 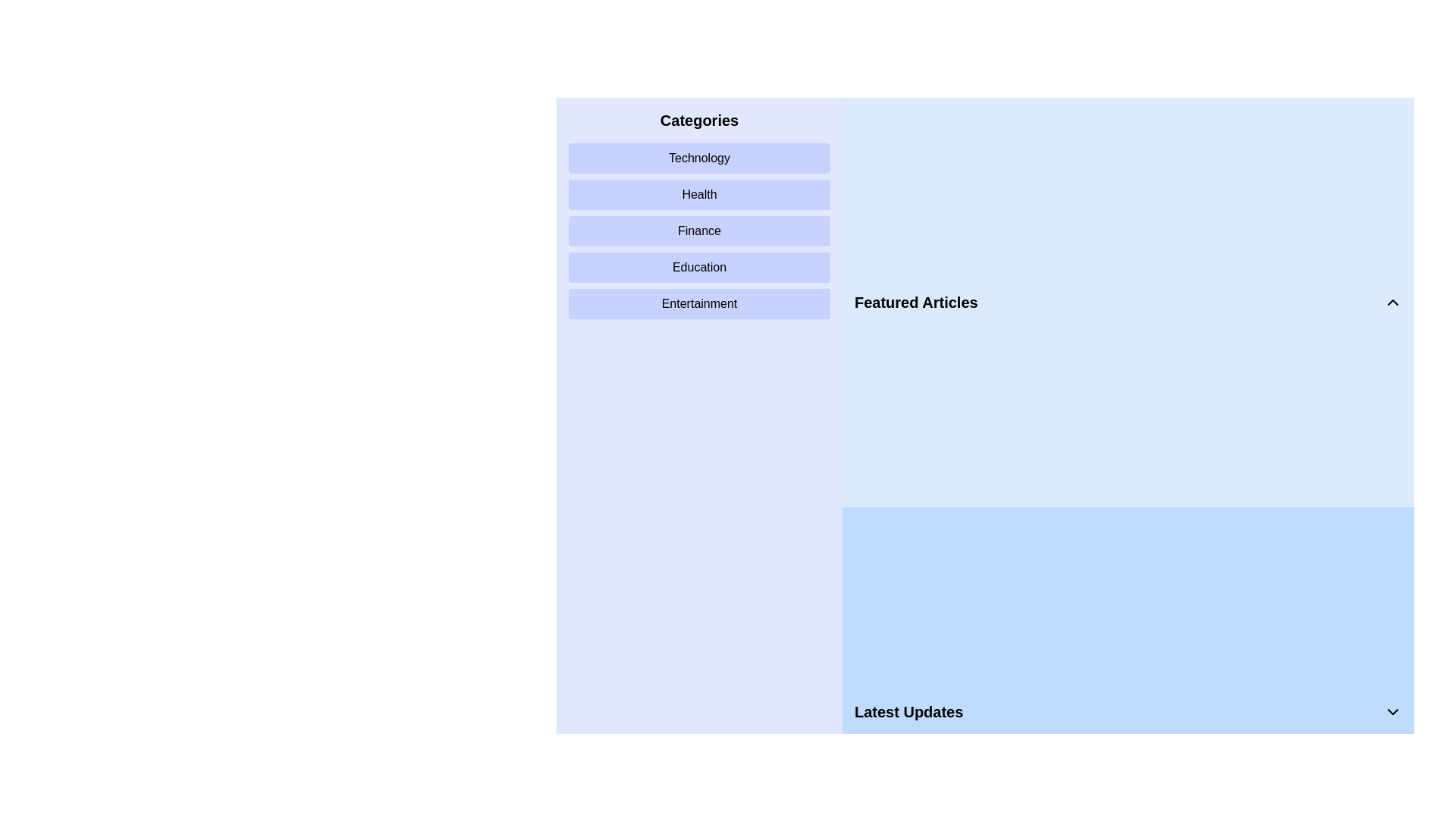 What do you see at coordinates (1393, 302) in the screenshot?
I see `the upward-pointing arrow button with a minimalistic SVG icon` at bounding box center [1393, 302].